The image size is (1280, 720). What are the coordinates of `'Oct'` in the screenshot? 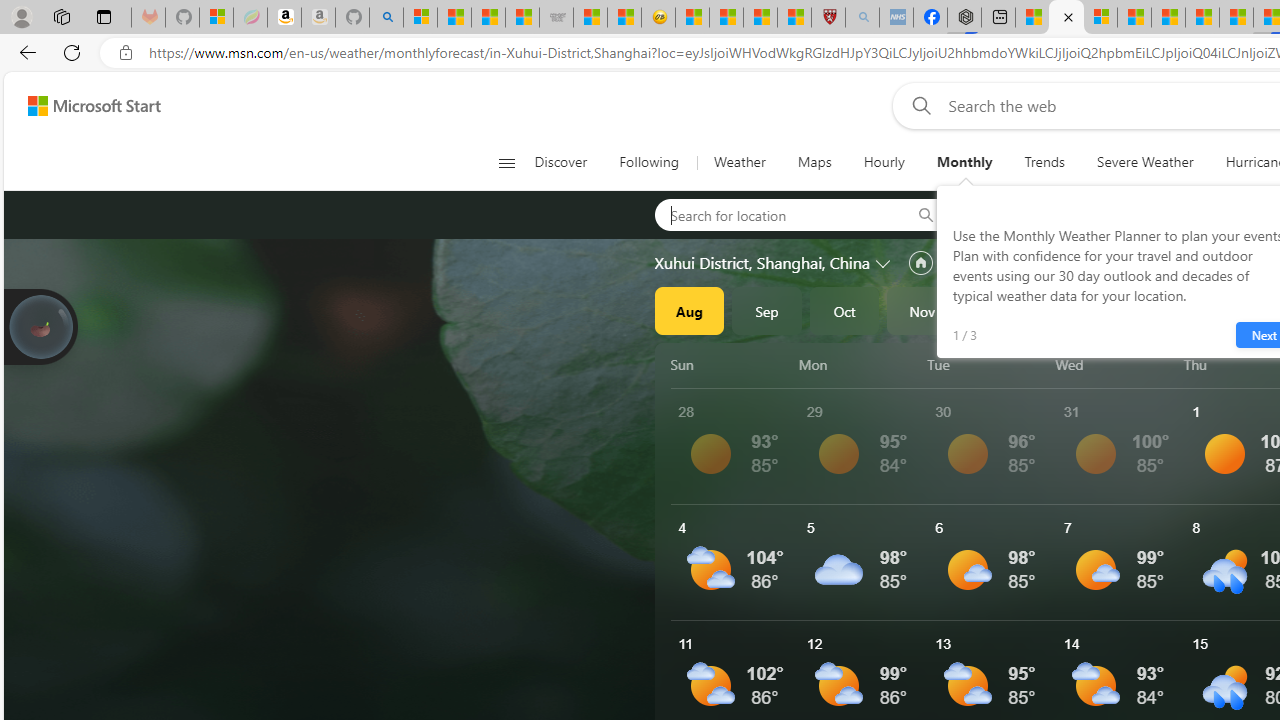 It's located at (844, 311).